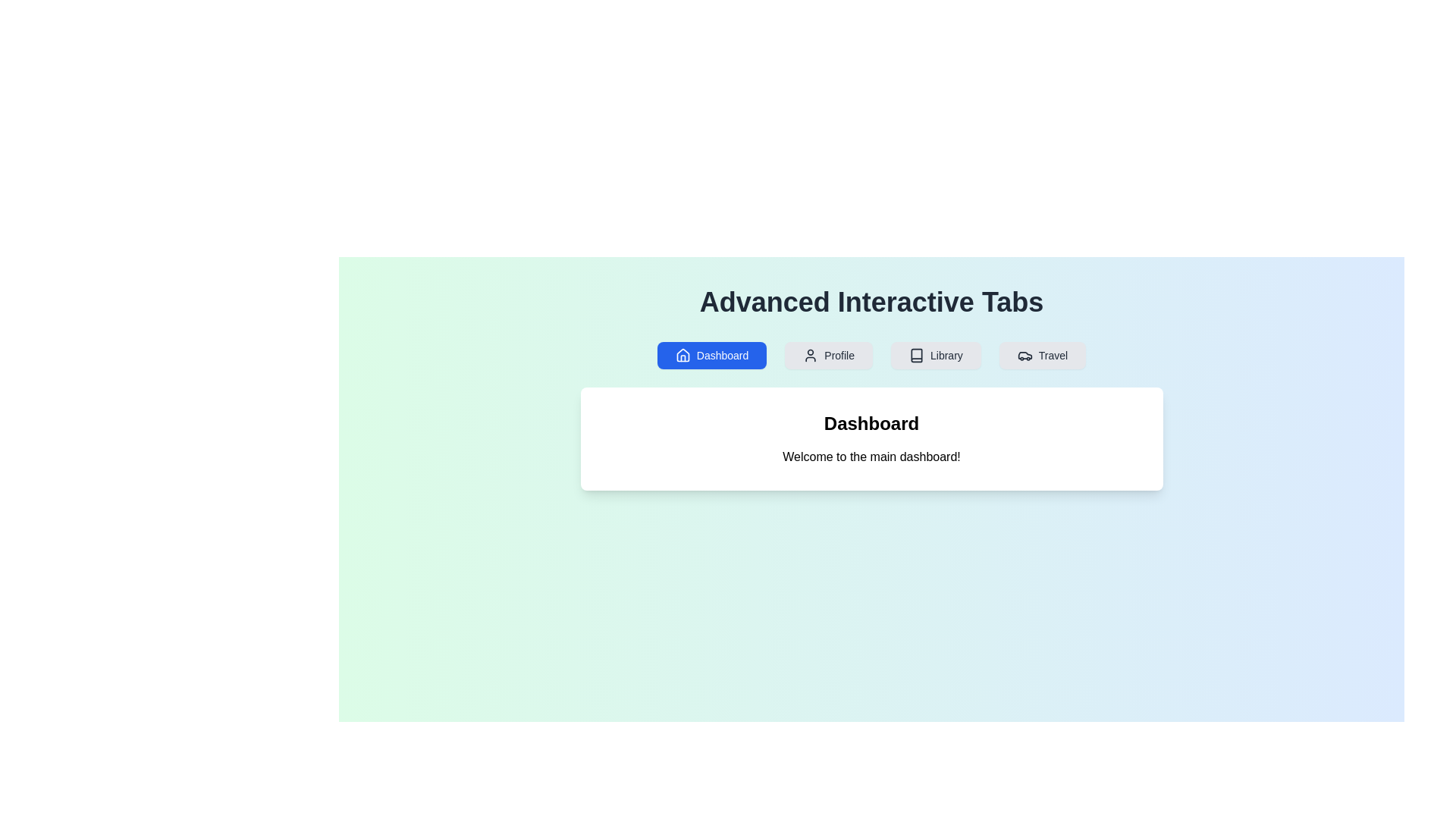 This screenshot has width=1456, height=819. I want to click on the blue rounded rectangular button labeled 'Dashboard' which contains a house icon, located in the top-center region of the interface, to trigger its hover effect, so click(711, 356).